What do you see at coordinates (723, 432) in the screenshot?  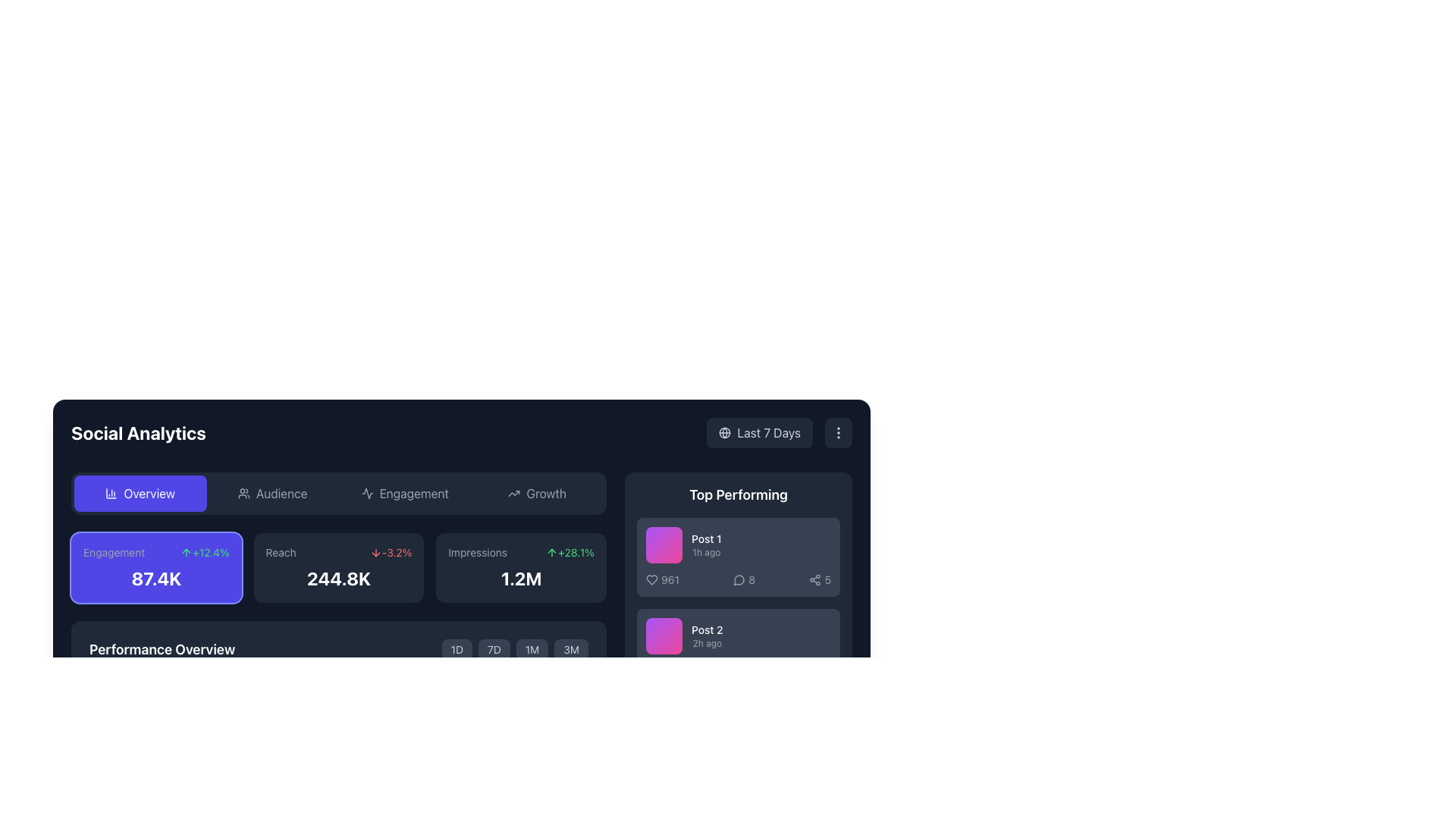 I see `circular SVG icon that is part of the globe representation located in the top-right corner of the interface, near the date range options for 'Last 7 Days'` at bounding box center [723, 432].